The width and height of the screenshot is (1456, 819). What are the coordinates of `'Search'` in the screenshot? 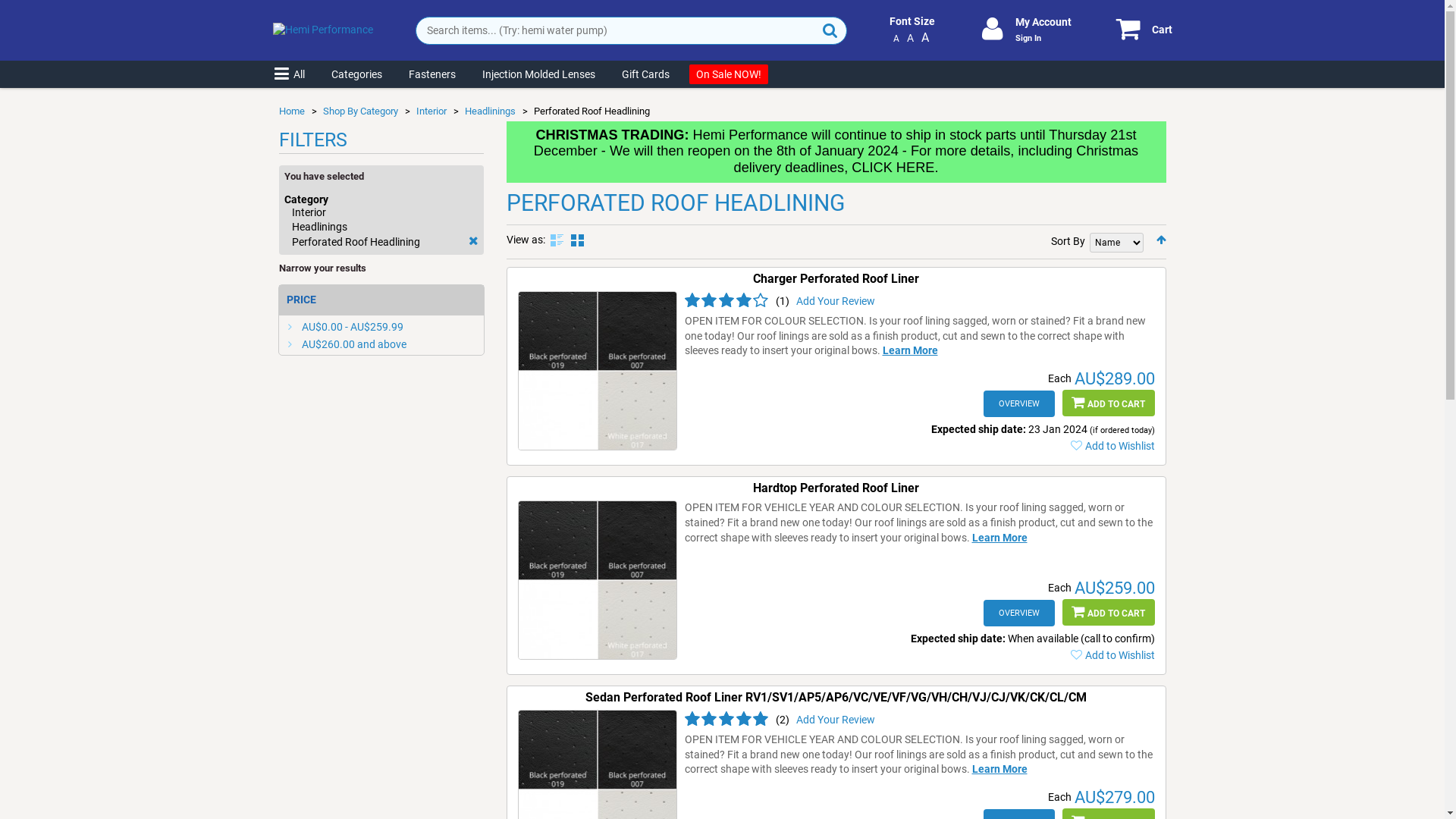 It's located at (829, 30).